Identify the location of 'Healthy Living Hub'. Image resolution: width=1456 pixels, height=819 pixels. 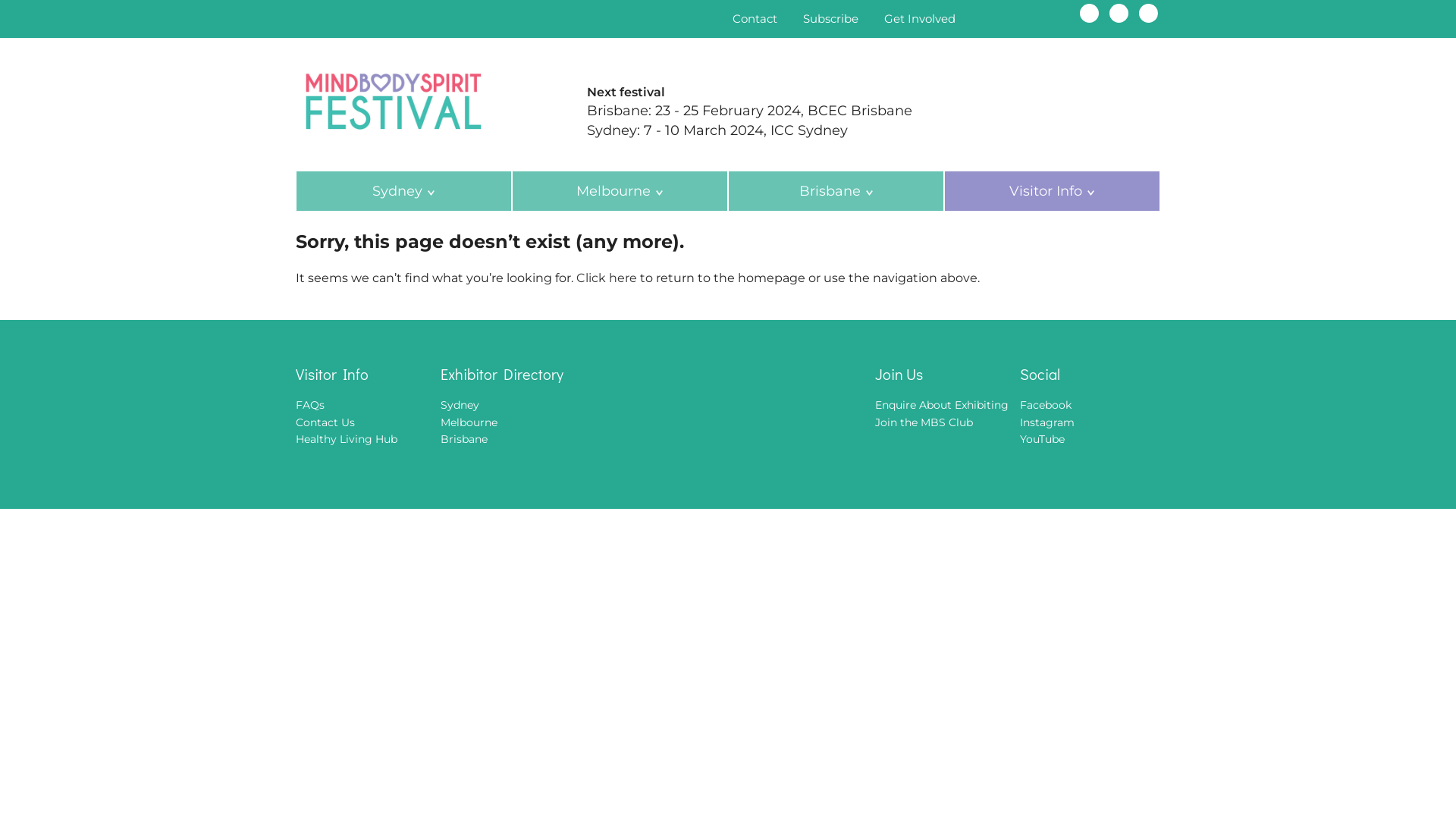
(345, 438).